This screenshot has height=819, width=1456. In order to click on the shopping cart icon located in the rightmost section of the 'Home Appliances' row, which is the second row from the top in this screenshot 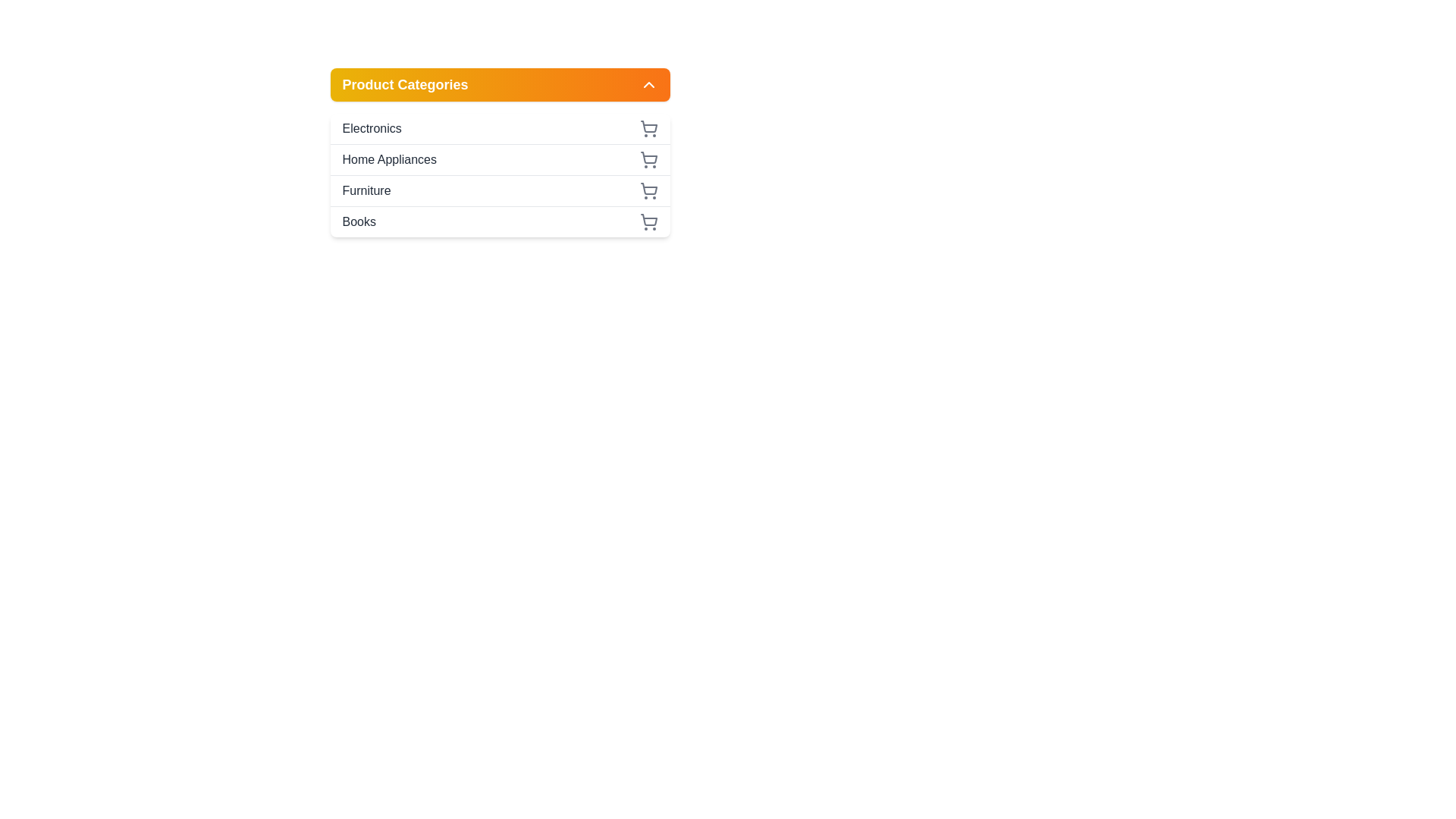, I will do `click(648, 160)`.